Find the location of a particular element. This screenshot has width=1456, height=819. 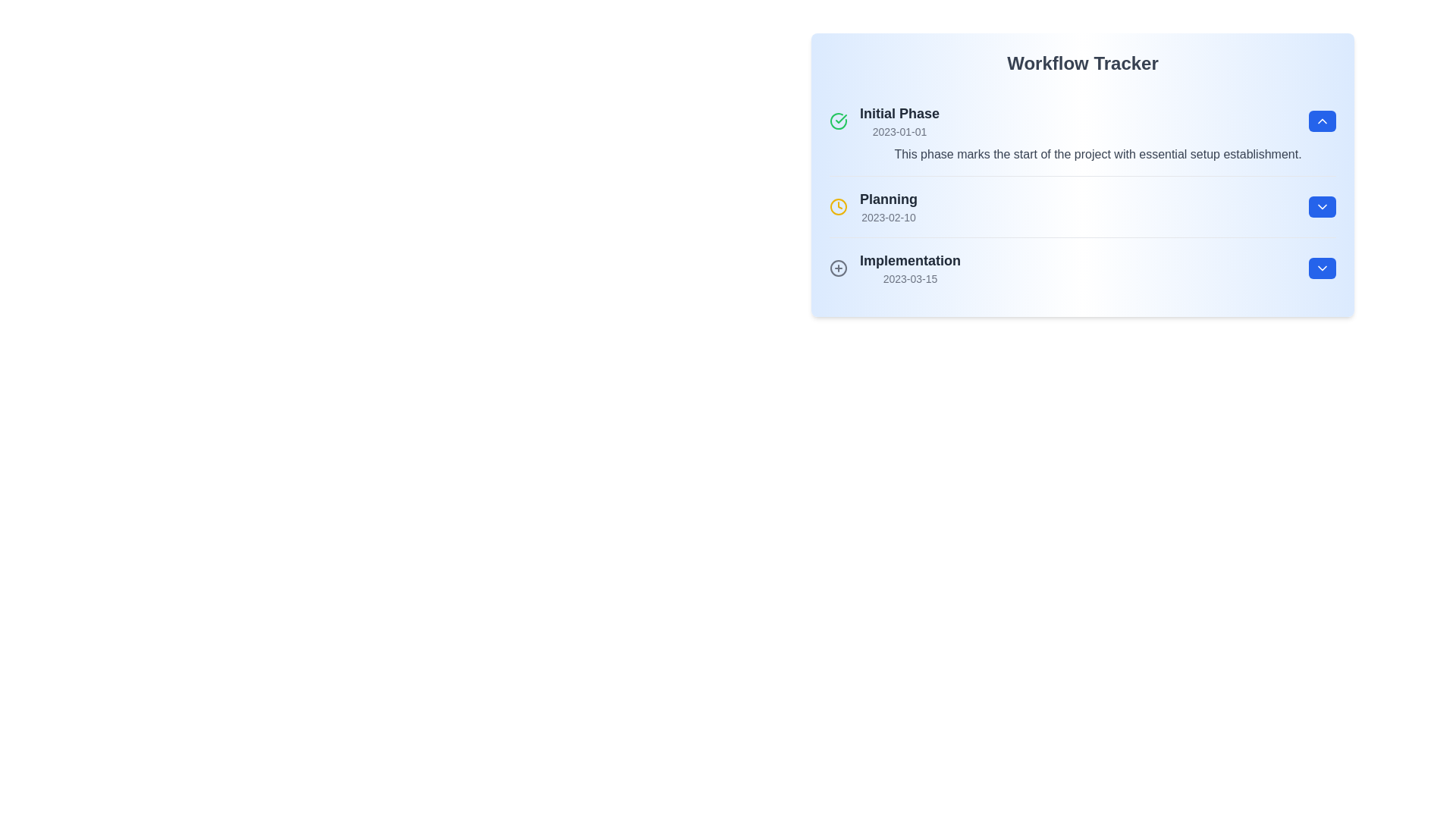

the chevron-up arrow icon located at the top-right corner of the 'Workflow Tracker' card, which indicates the possibility of collapsing or hiding additional details related to the 'Initial Phase' section is located at coordinates (1321, 120).